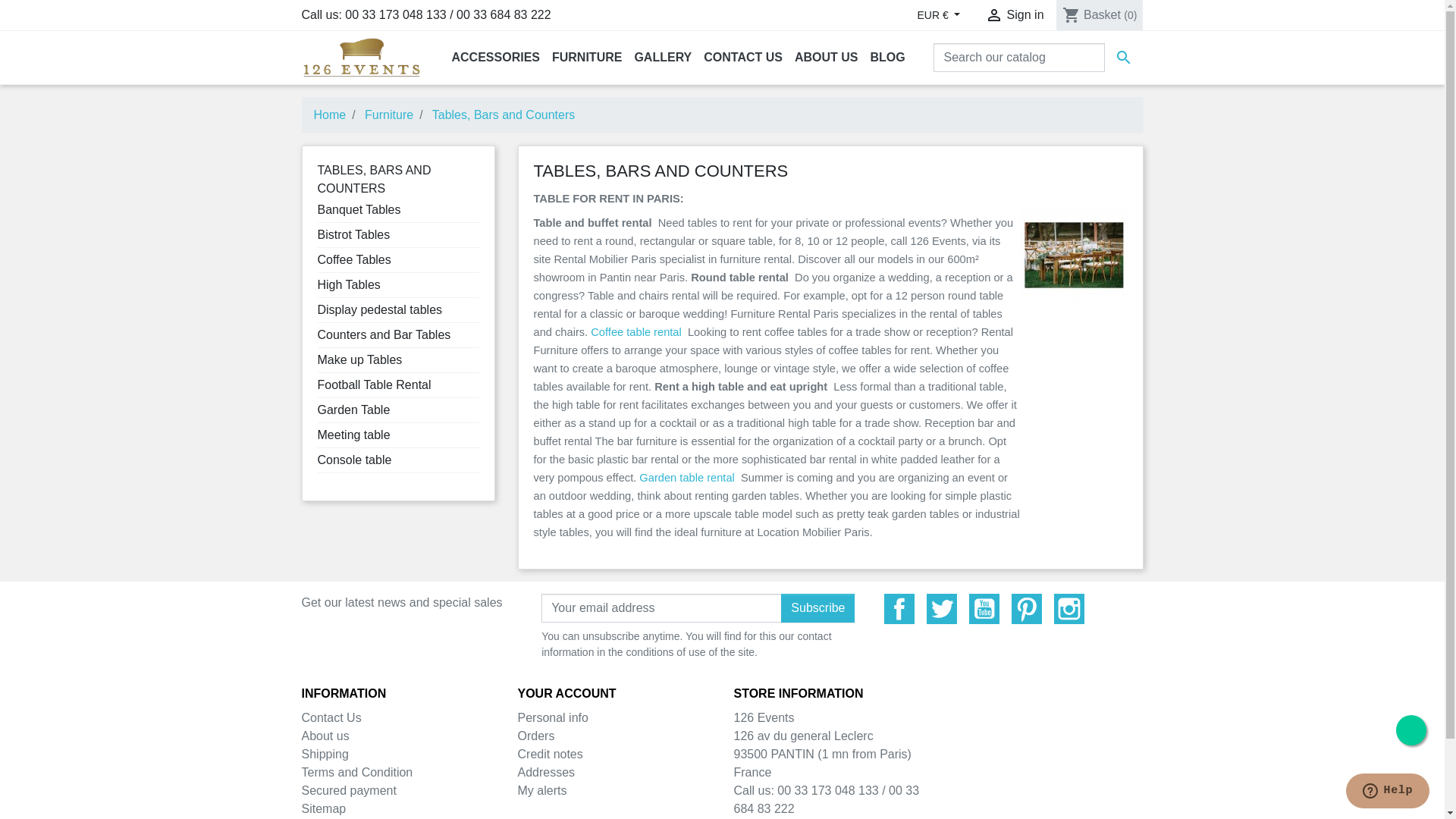 This screenshot has height=819, width=1456. I want to click on 'Meeting table', so click(352, 435).